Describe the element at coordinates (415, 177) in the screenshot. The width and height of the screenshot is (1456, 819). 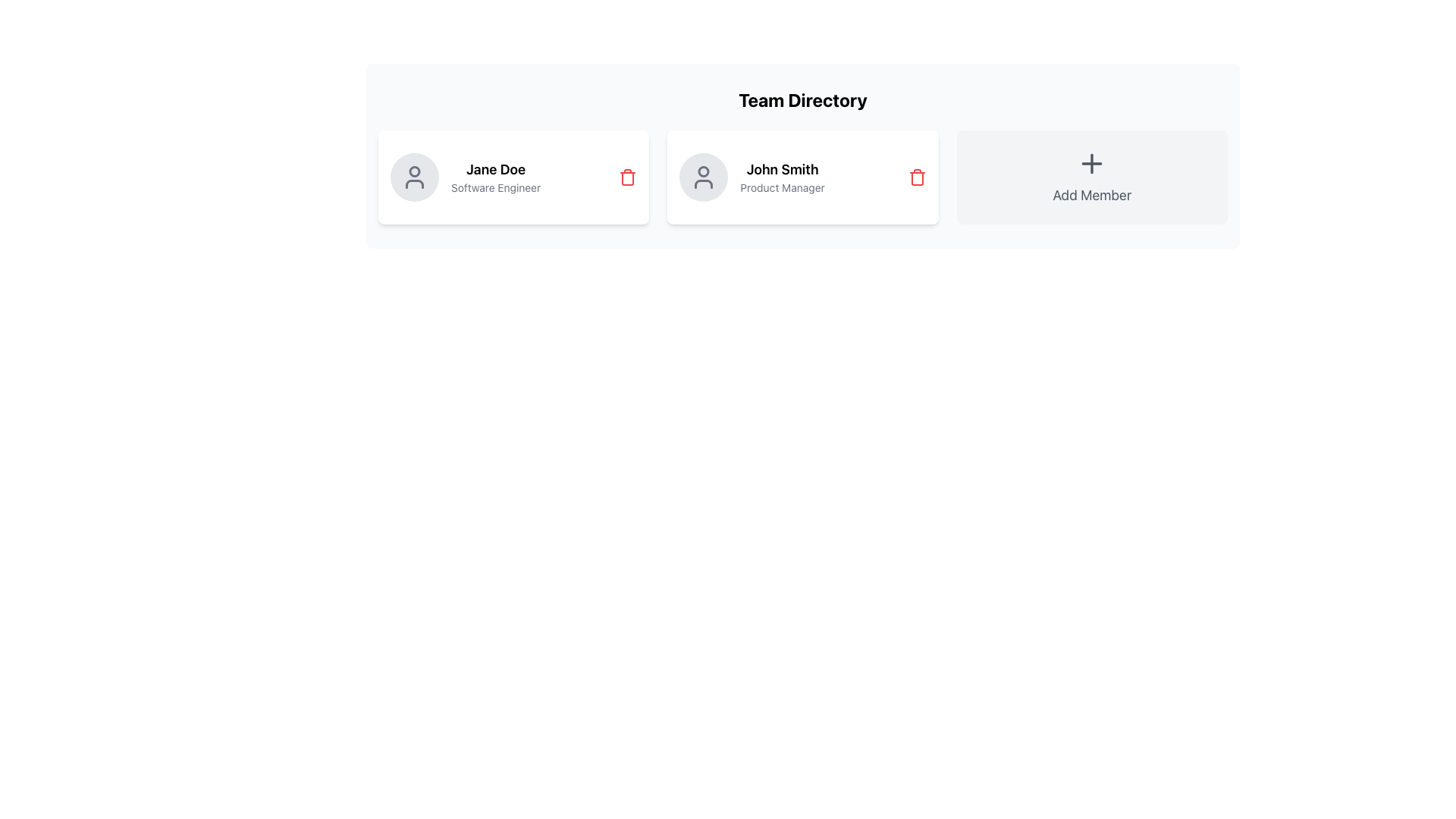
I see `the profile icon representing 'Jane Doe, Software Engineer' in the team directory, which is a circular avatar graphic with a gray outline on a light background` at that location.